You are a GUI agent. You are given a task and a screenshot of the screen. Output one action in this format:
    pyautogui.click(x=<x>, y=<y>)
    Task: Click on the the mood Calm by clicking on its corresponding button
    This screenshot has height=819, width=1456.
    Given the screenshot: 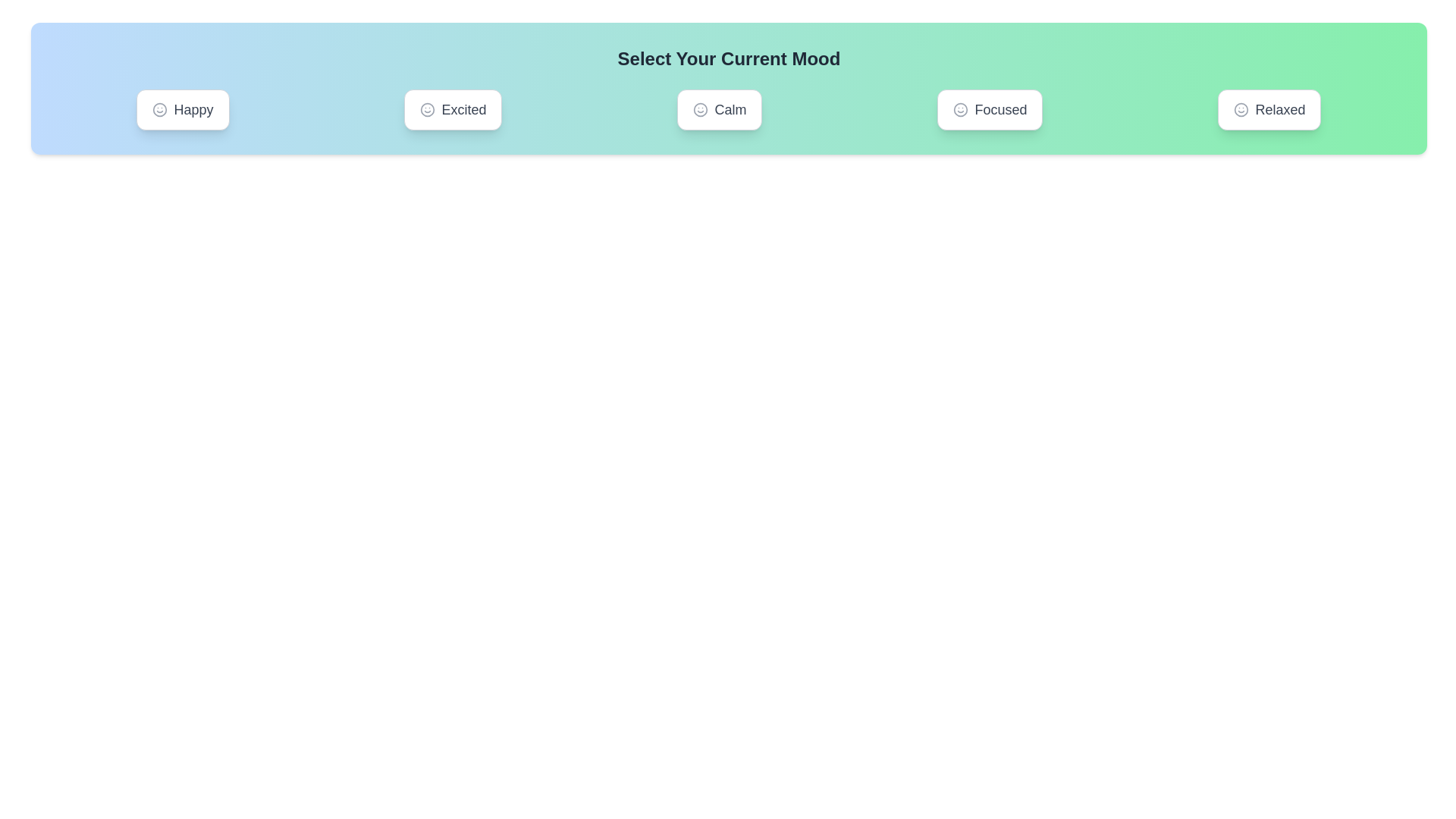 What is the action you would take?
    pyautogui.click(x=719, y=109)
    